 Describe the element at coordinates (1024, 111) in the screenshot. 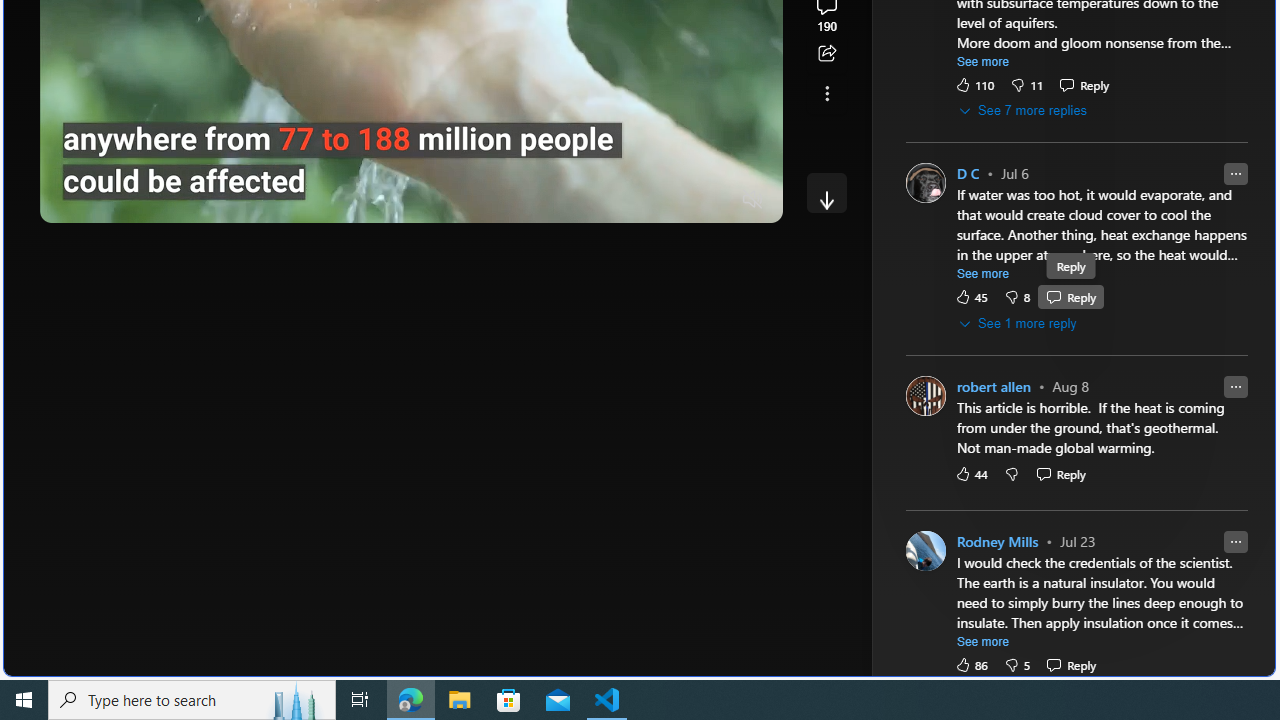

I see `'See 7 more replies'` at that location.